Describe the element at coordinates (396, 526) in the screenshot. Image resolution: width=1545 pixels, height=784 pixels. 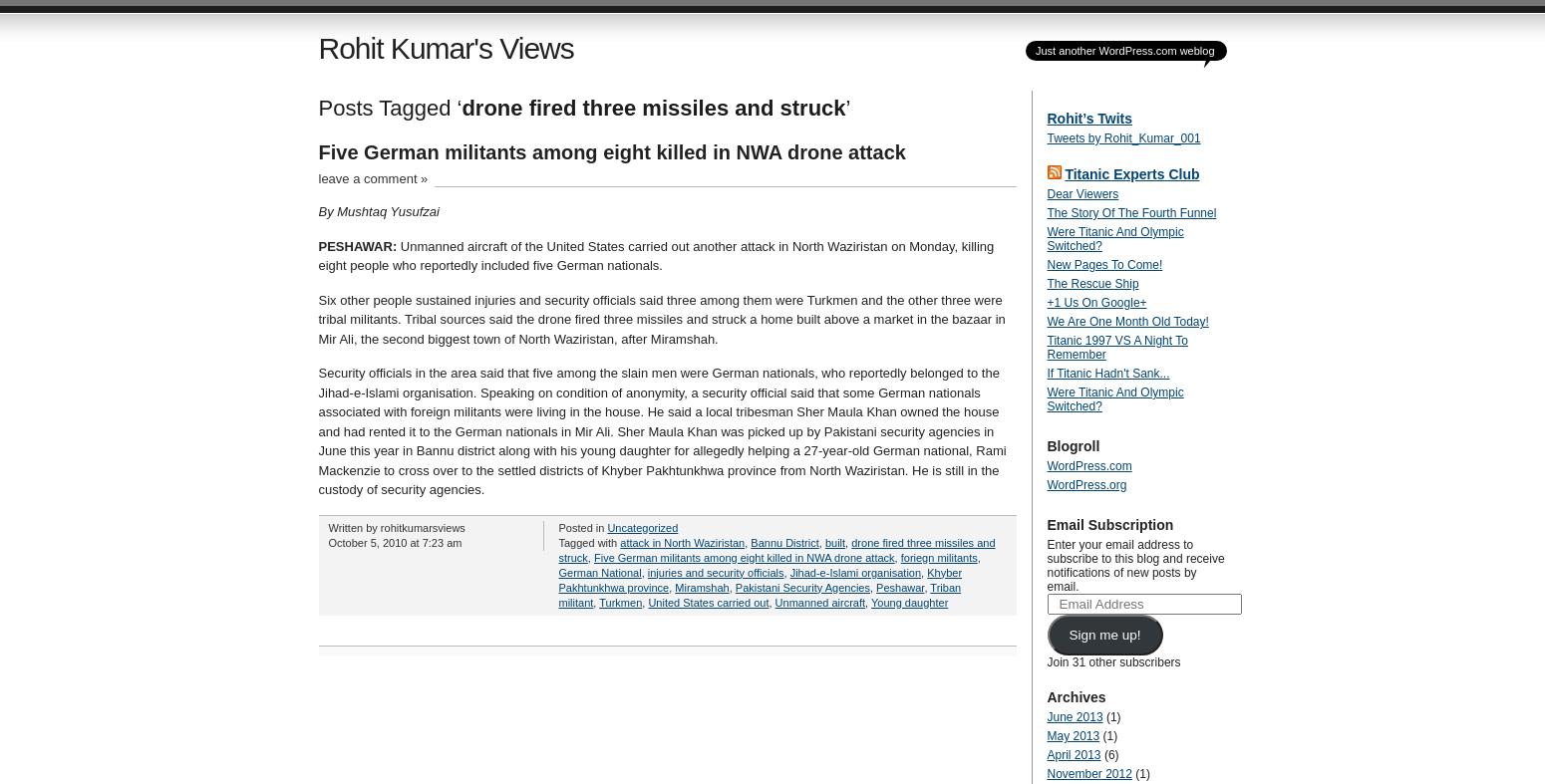
I see `'Written by rohitkumarsviews'` at that location.